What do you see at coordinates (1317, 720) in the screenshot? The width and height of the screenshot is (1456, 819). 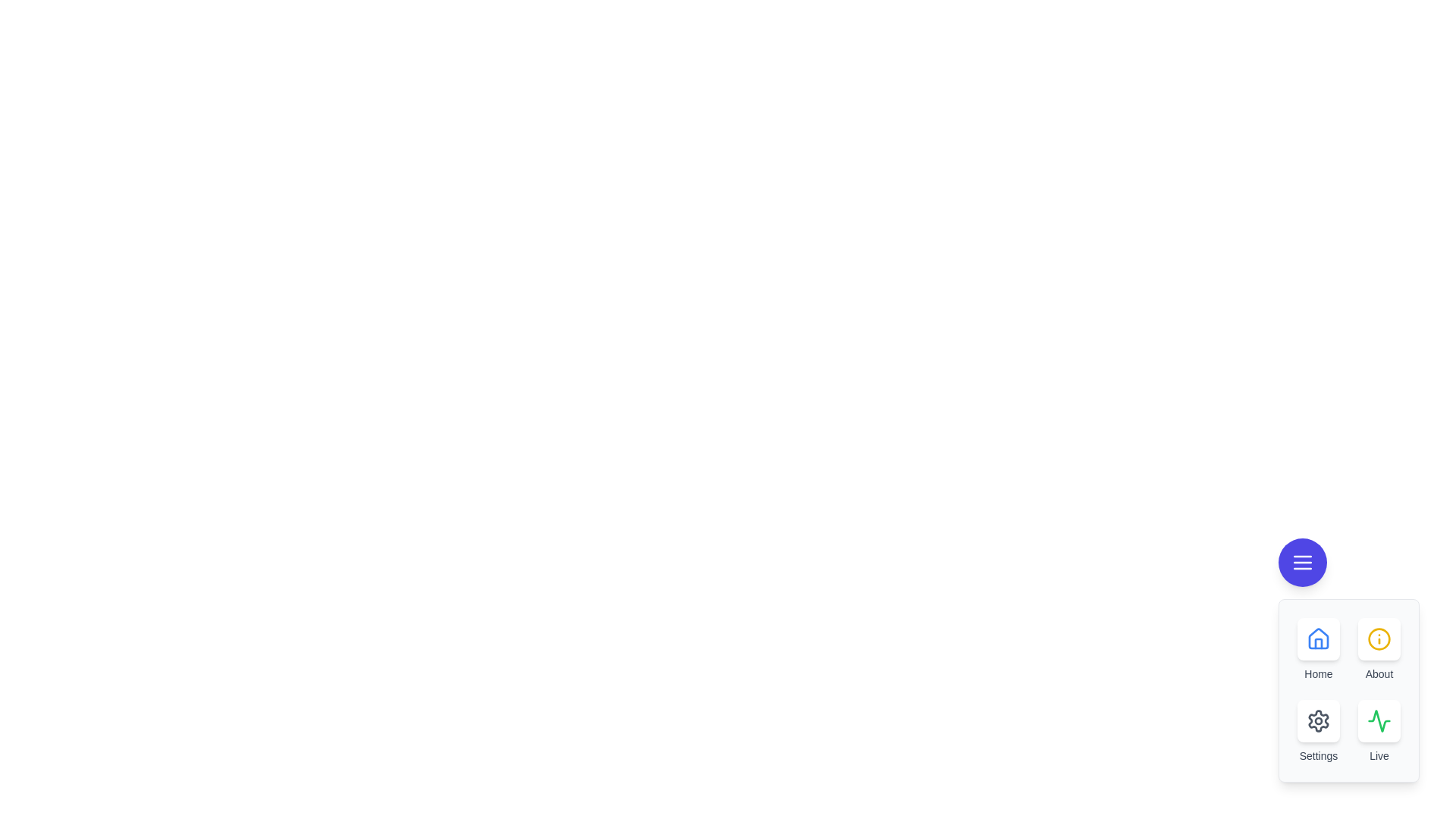 I see `the button labeled Settings to observe its hover effect` at bounding box center [1317, 720].